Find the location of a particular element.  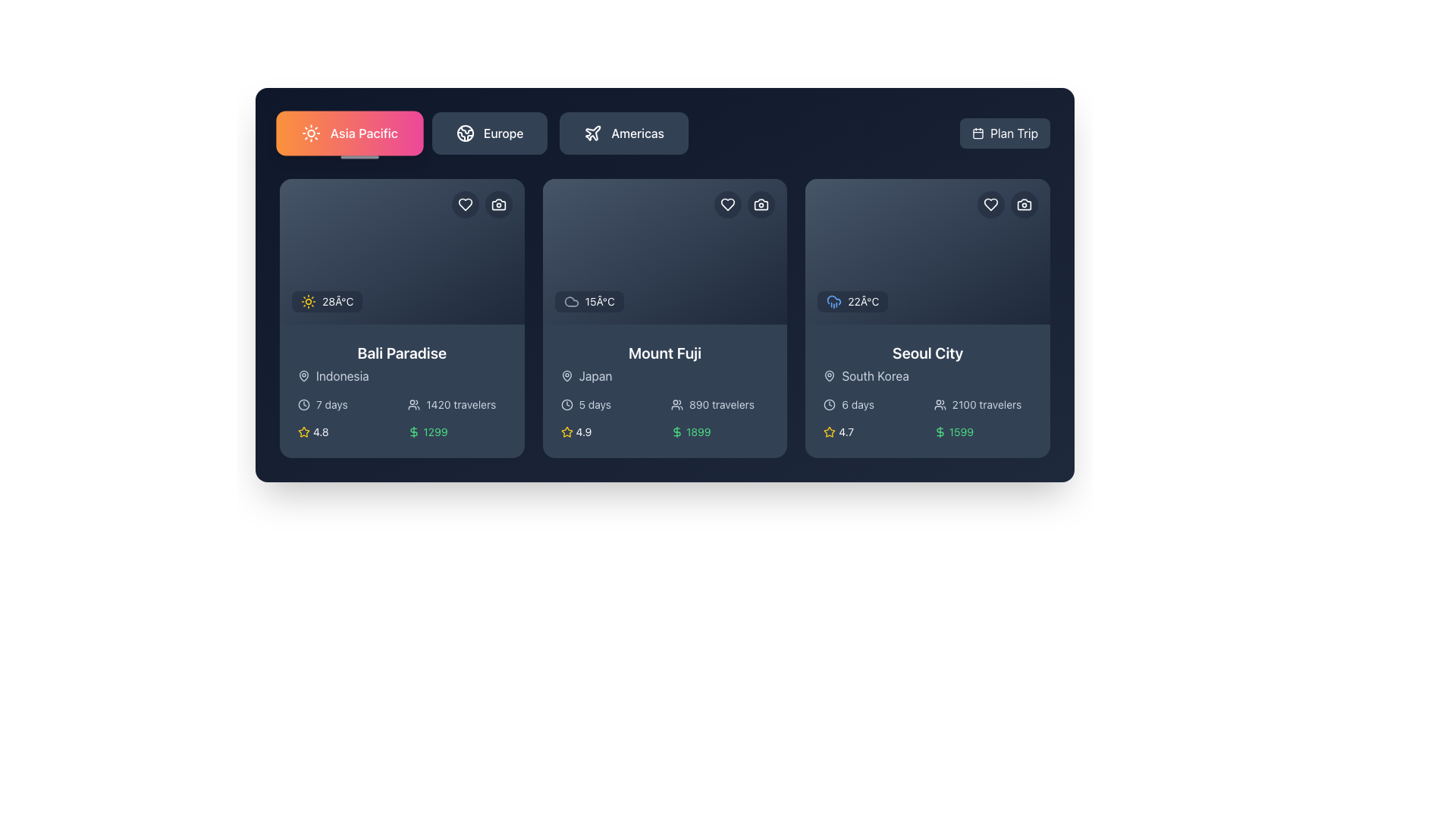

the text label displaying the rating value for the item located at the bottom left corner of the second card from the left, next to a yellow star icon is located at coordinates (582, 432).